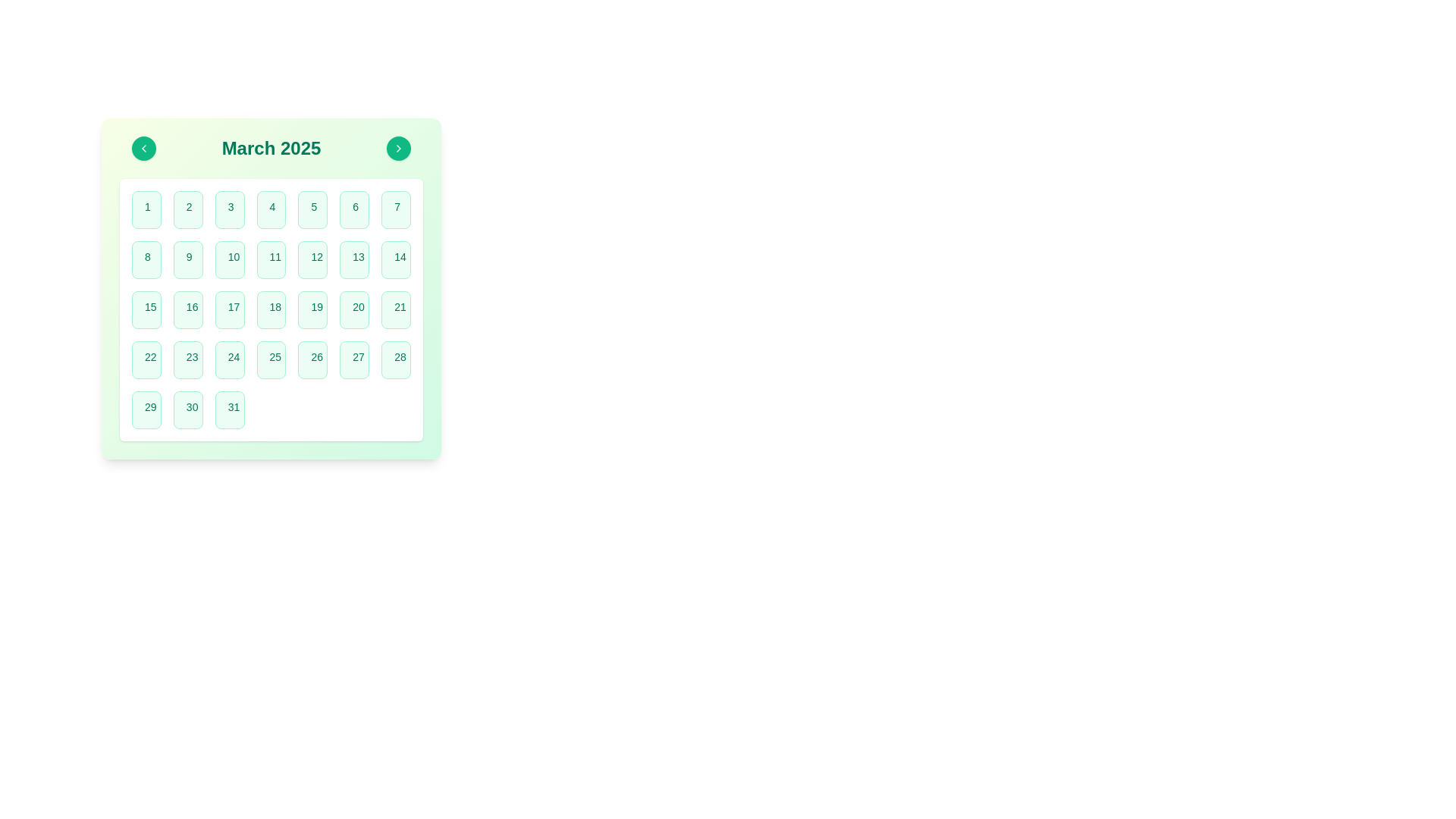 The image size is (1456, 819). Describe the element at coordinates (144, 149) in the screenshot. I see `the circular button icon located on the left side of the header labeled 'March 2025'` at that location.